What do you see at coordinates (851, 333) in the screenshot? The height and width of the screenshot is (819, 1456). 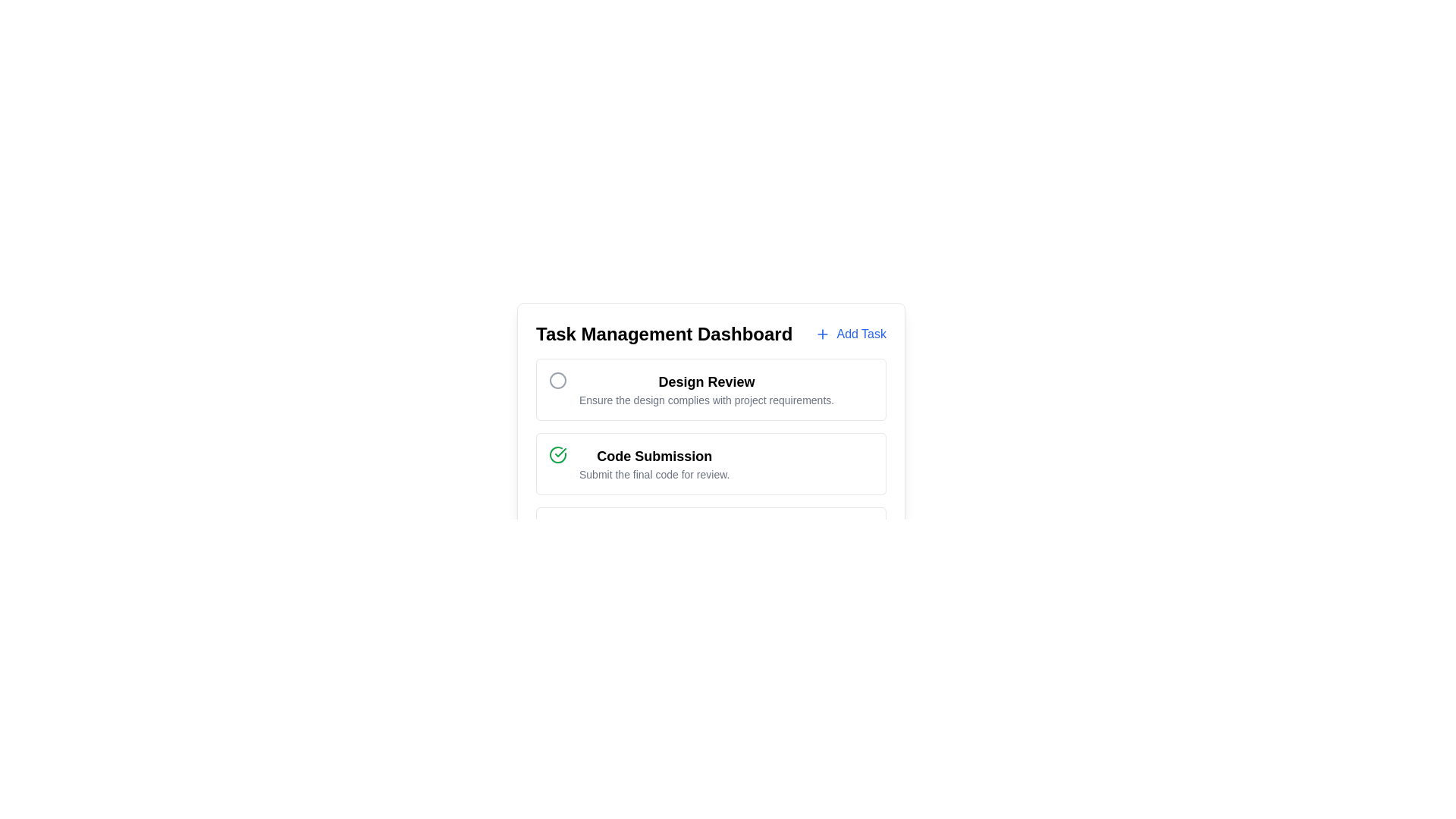 I see `the 'Add Task' button located at the top-right of the 'Task Management Dashboard' for keyboard interaction` at bounding box center [851, 333].